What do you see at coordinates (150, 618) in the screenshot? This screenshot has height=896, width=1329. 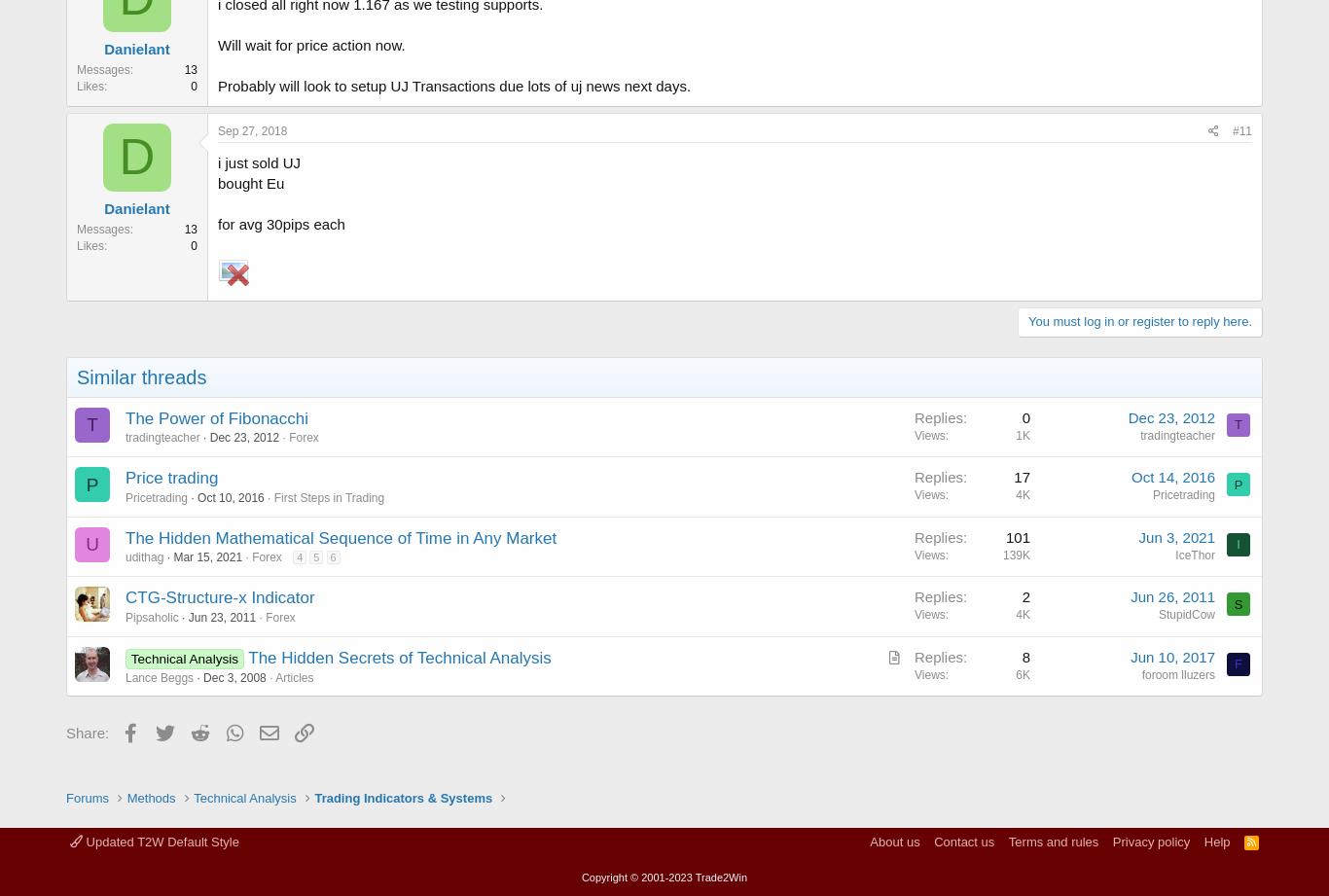 I see `'Pipsaholic'` at bounding box center [150, 618].